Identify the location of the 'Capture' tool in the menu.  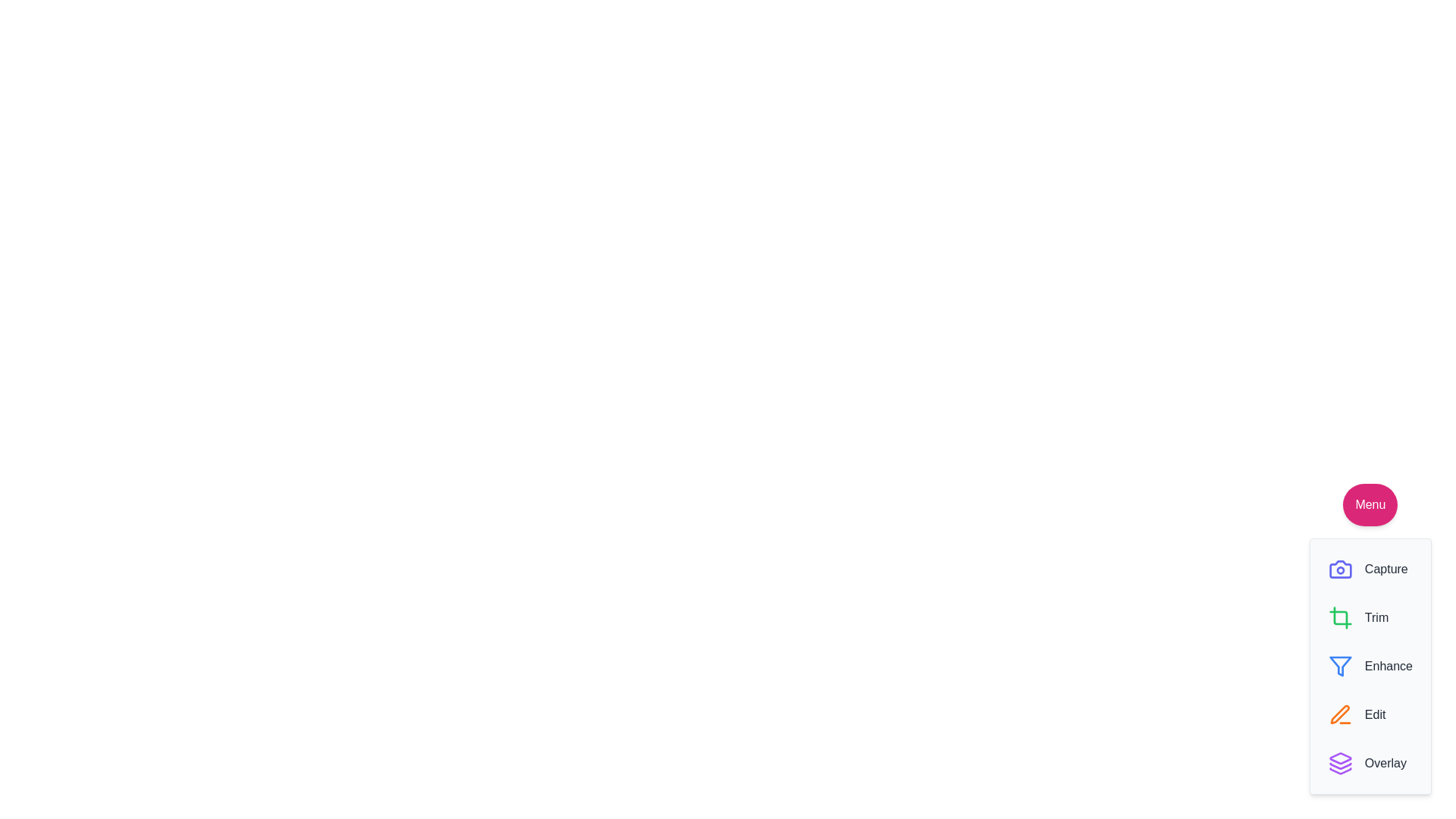
(1368, 570).